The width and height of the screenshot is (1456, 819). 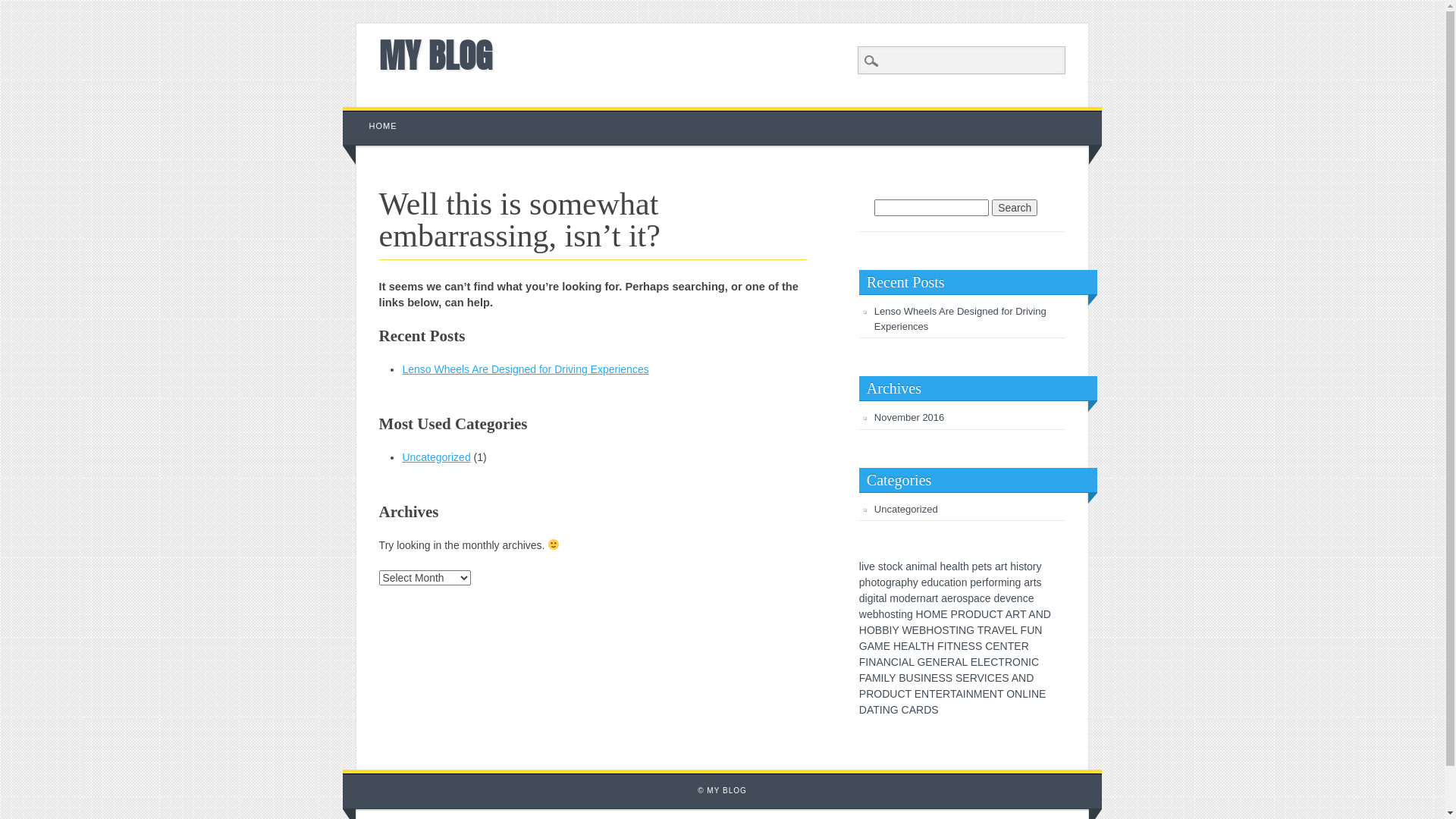 What do you see at coordinates (882, 710) in the screenshot?
I see `'N'` at bounding box center [882, 710].